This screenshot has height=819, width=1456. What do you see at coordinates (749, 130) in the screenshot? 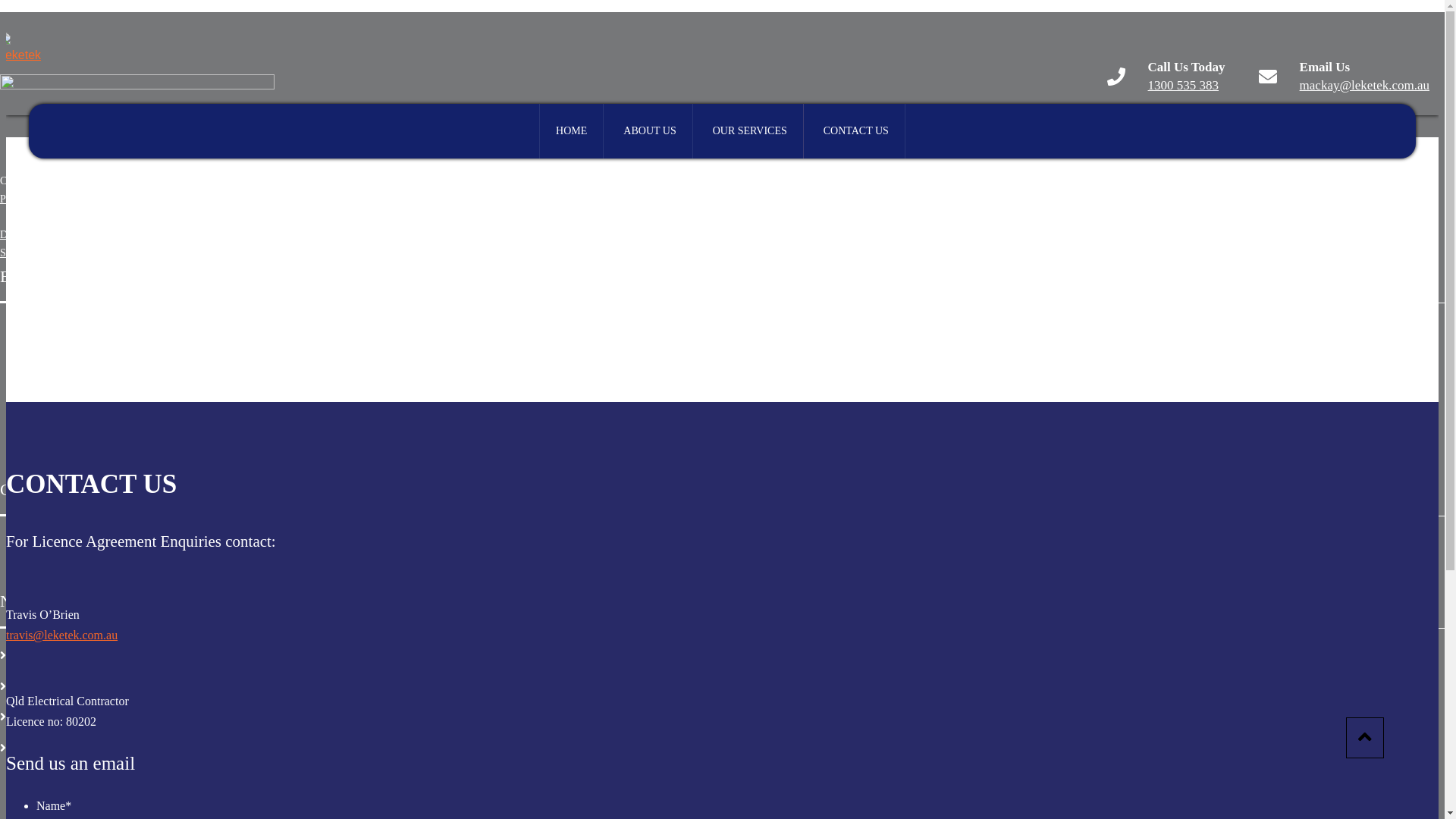
I see `'OUR SERVICES'` at bounding box center [749, 130].